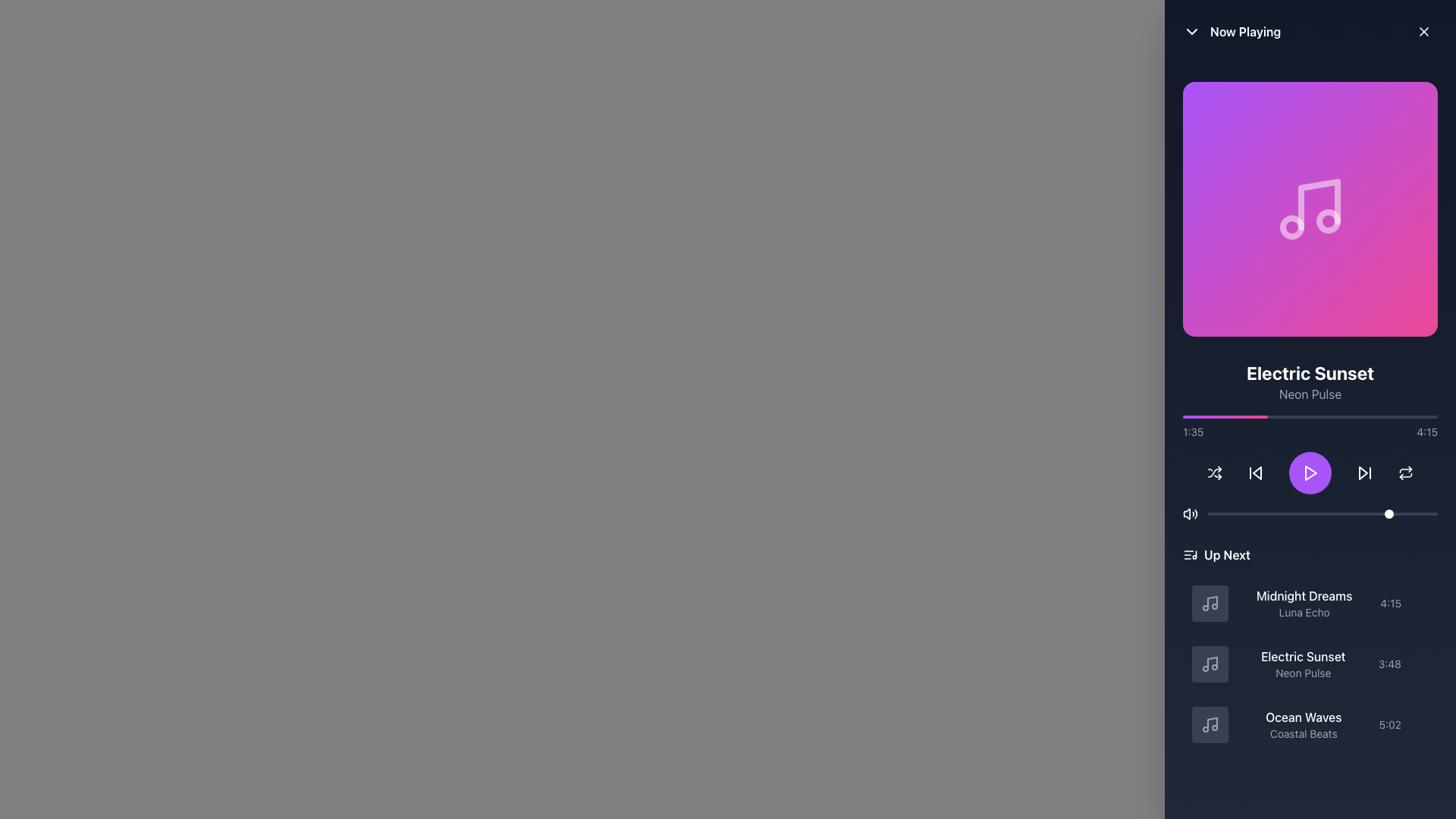 This screenshot has height=819, width=1456. Describe the element at coordinates (1219, 513) in the screenshot. I see `the volume slider` at that location.